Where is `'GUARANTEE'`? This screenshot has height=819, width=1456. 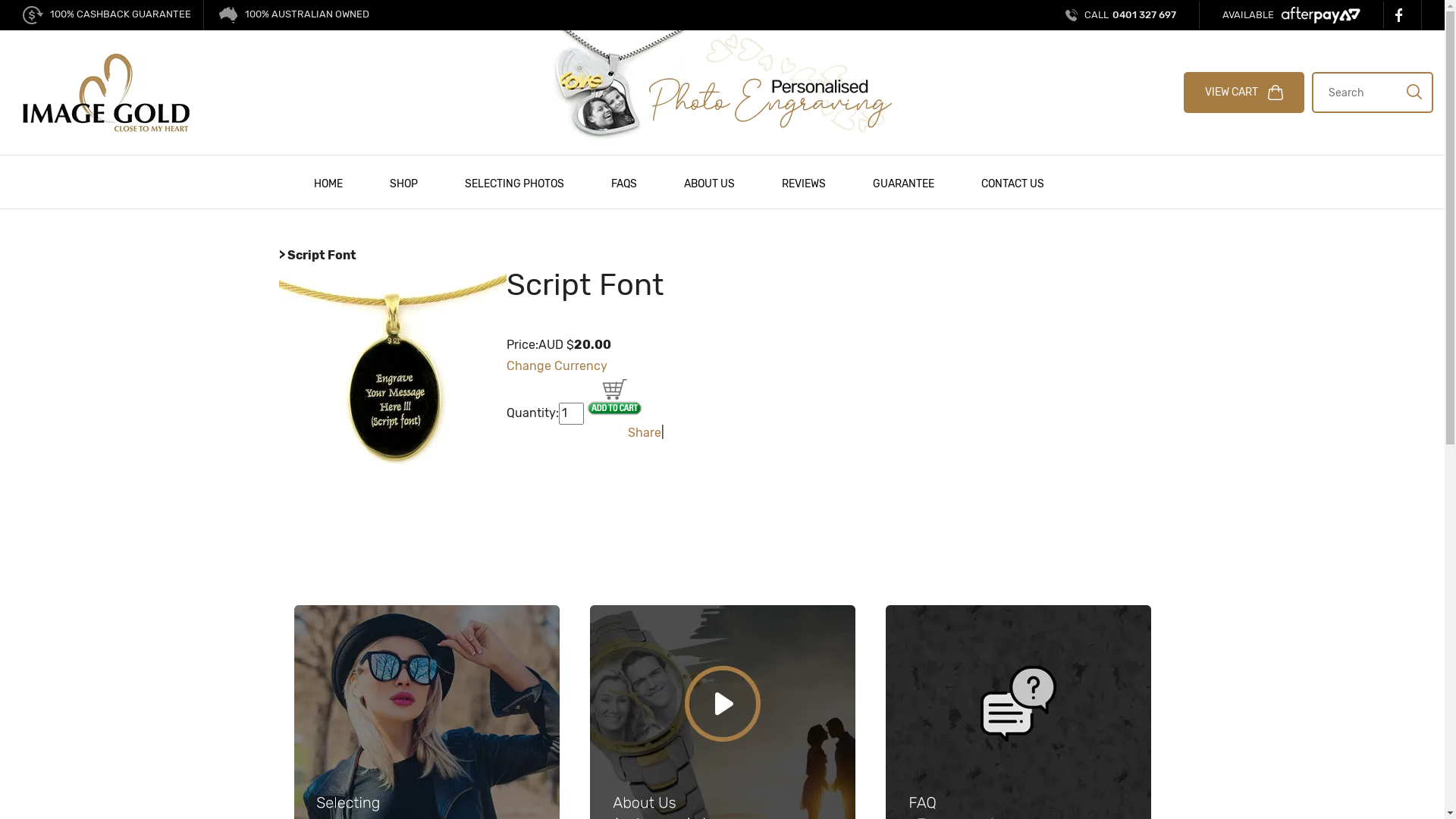 'GUARANTEE' is located at coordinates (903, 181).